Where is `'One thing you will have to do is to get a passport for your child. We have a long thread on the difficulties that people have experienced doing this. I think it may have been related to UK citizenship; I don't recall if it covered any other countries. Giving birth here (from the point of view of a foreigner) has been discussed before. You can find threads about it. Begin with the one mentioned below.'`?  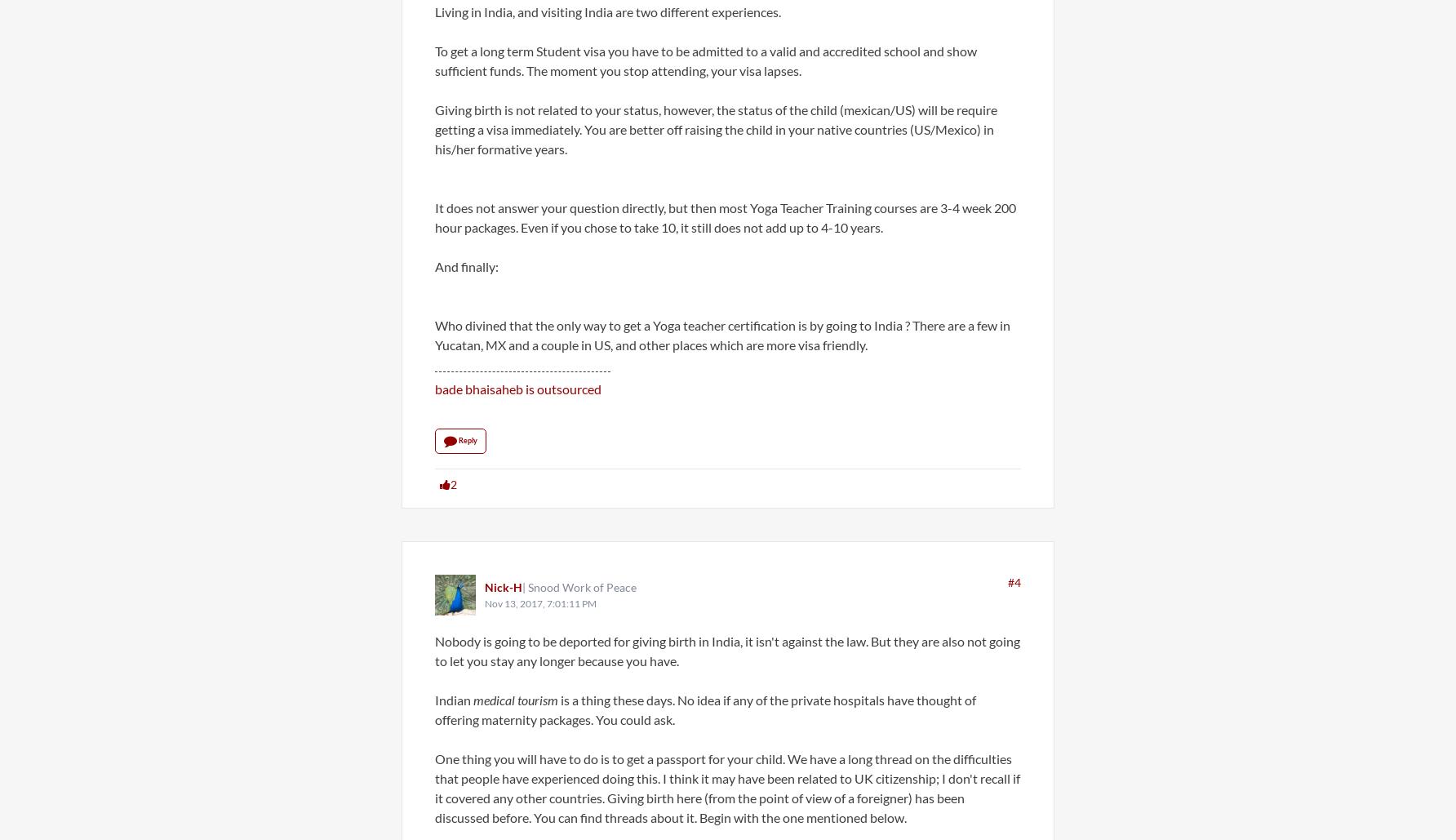
'One thing you will have to do is to get a passport for your child. We have a long thread on the difficulties that people have experienced doing this. I think it may have been related to UK citizenship; I don't recall if it covered any other countries. Giving birth here (from the point of view of a foreigner) has been discussed before. You can find threads about it. Begin with the one mentioned below.' is located at coordinates (726, 787).